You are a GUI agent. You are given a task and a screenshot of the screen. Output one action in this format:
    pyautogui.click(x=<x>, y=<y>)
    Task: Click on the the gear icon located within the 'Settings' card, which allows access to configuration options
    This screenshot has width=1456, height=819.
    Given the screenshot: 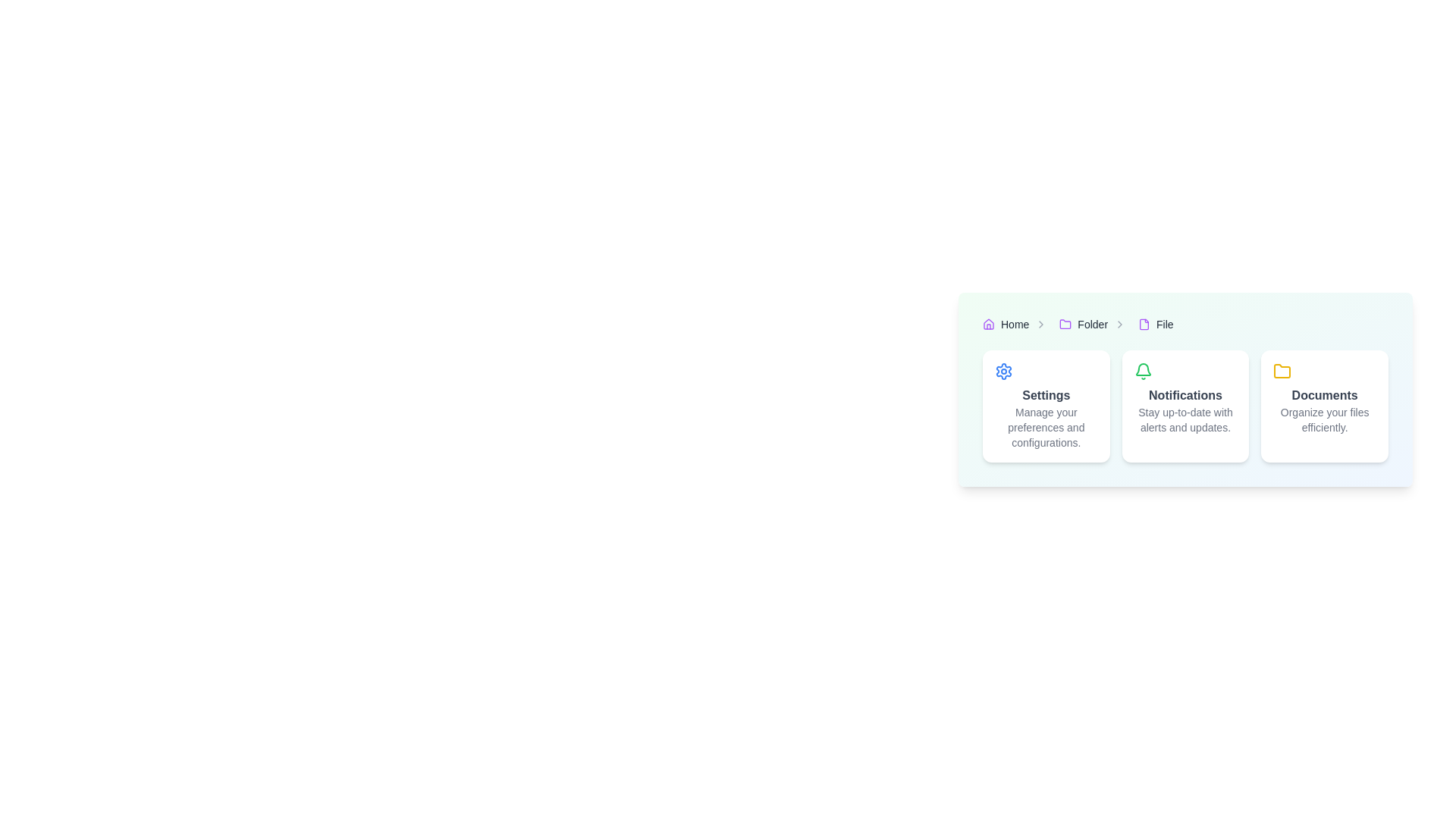 What is the action you would take?
    pyautogui.click(x=1004, y=371)
    